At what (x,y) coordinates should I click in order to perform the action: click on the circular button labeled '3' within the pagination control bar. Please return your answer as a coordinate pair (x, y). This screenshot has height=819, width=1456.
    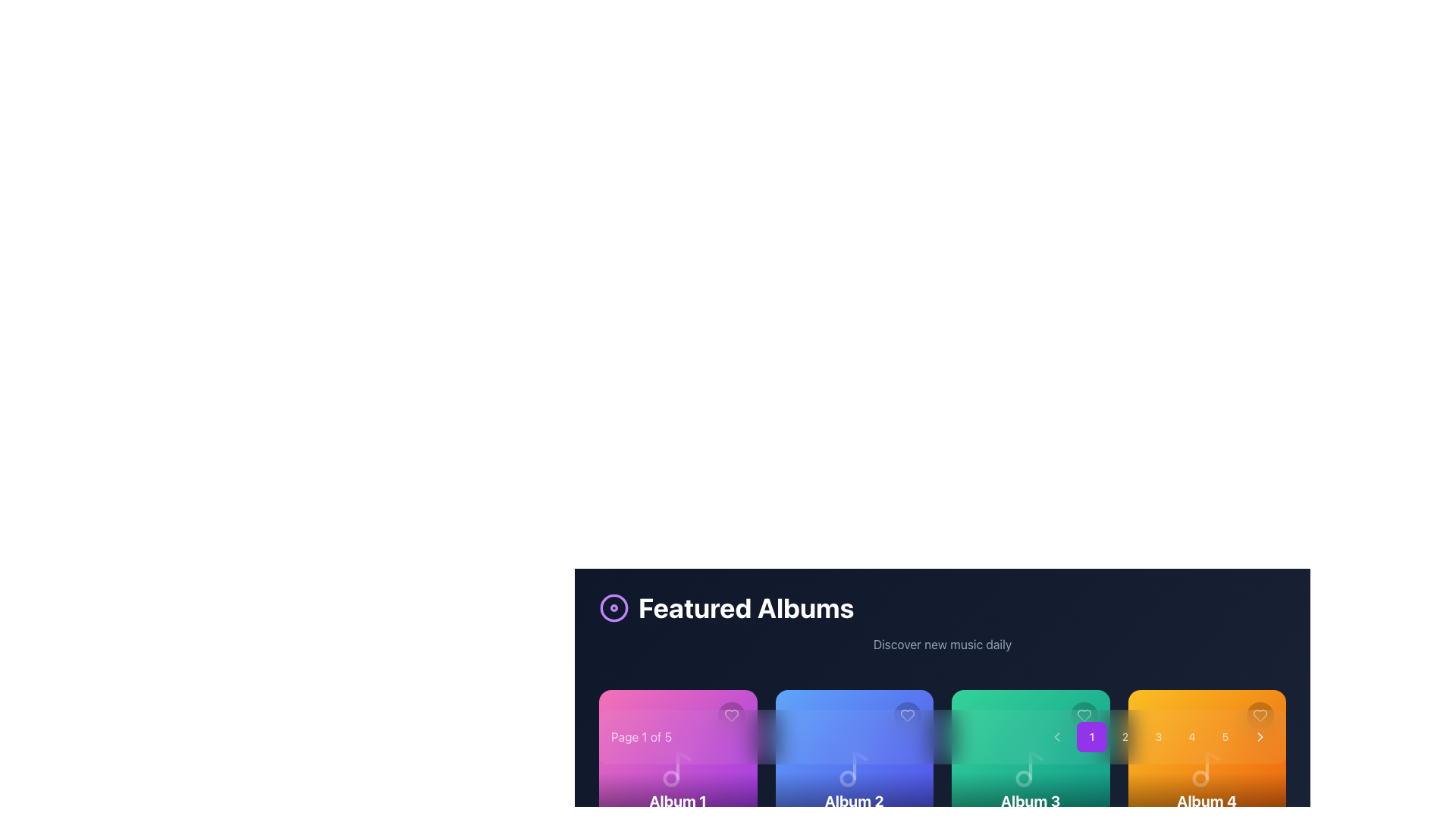
    Looking at the image, I should click on (1157, 736).